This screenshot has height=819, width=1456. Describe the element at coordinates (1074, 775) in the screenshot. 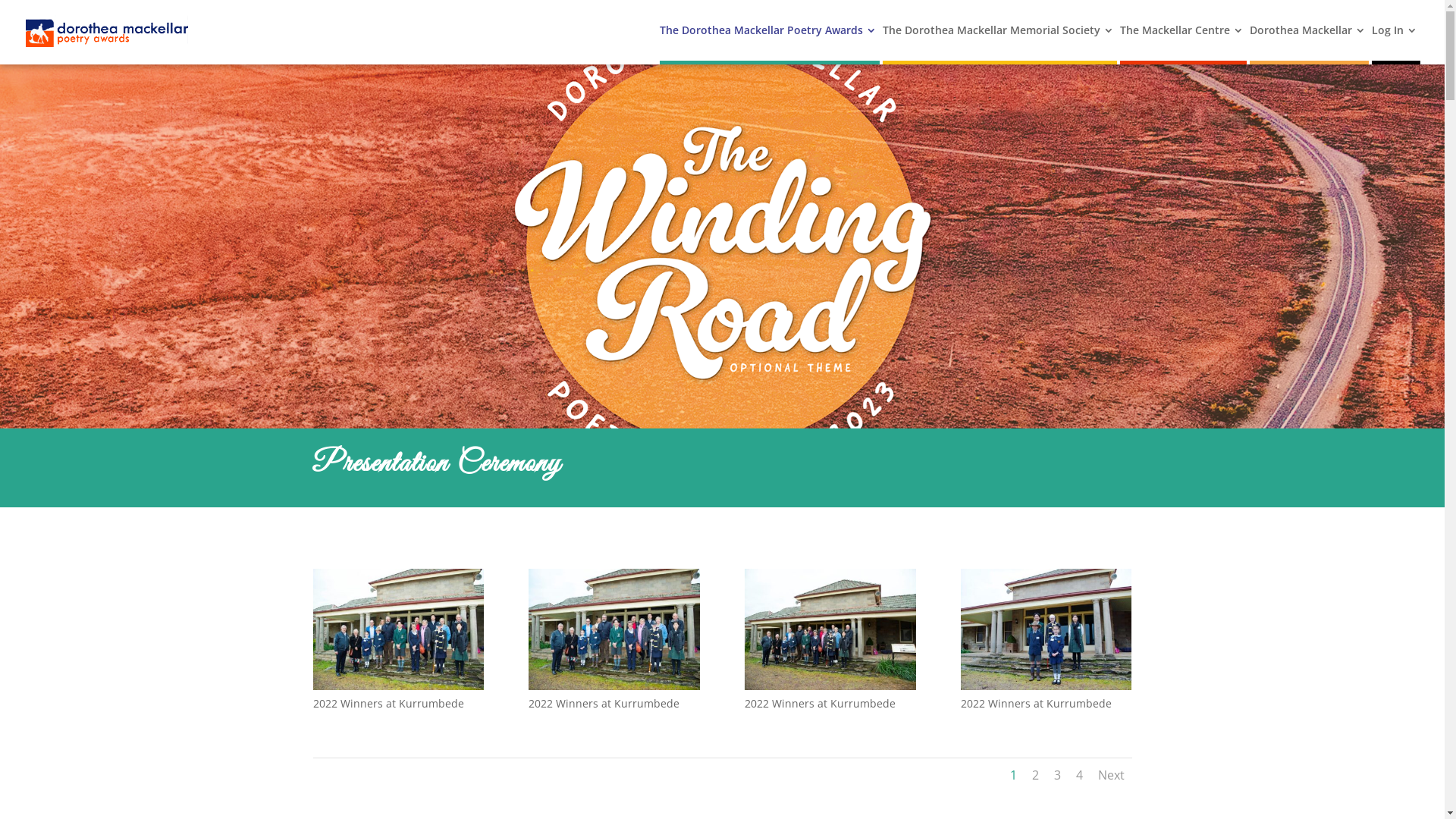

I see `'4'` at that location.